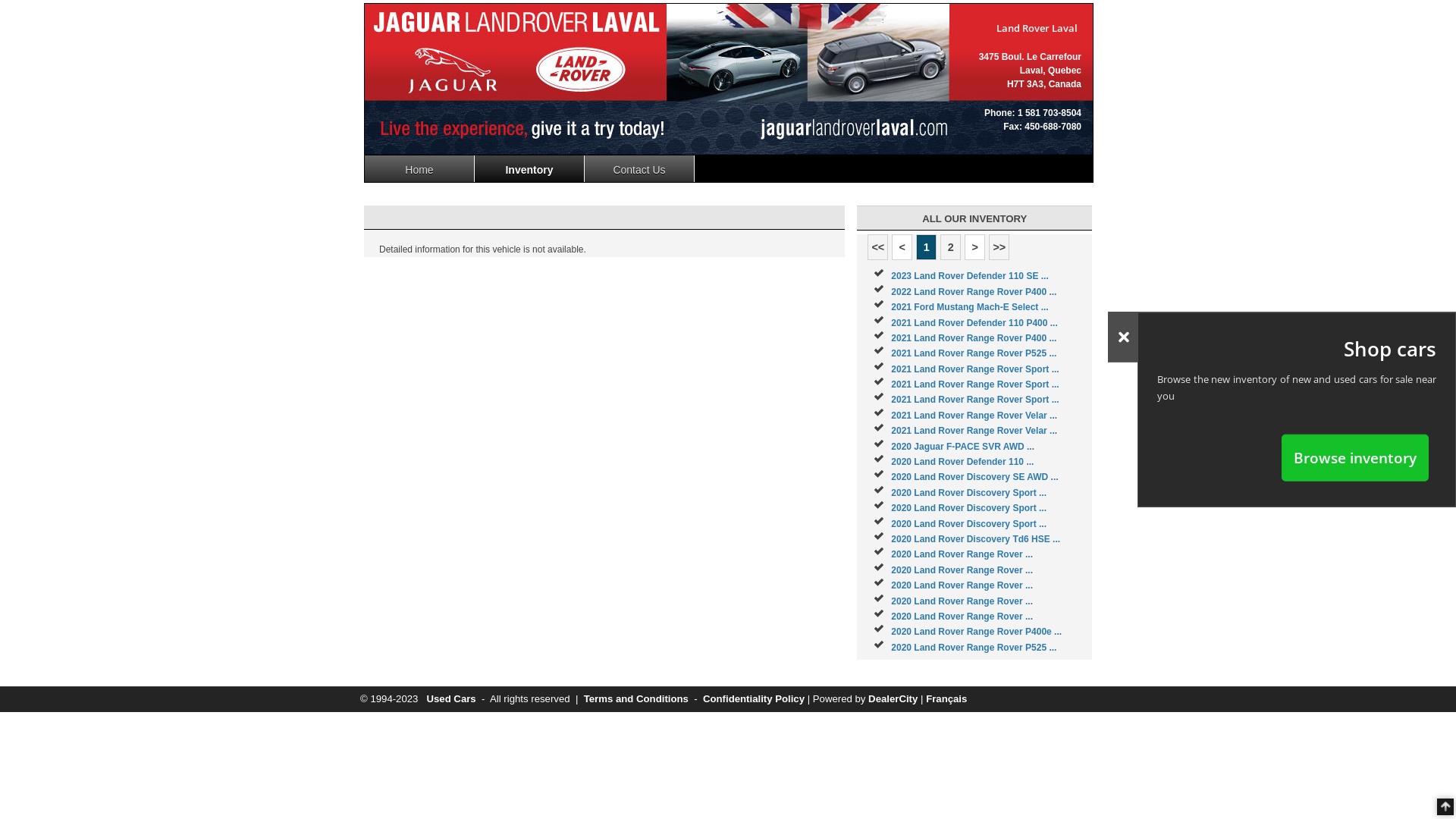 Image resolution: width=1456 pixels, height=819 pixels. Describe the element at coordinates (891, 337) in the screenshot. I see `'2021 Land Rover Range Rover P400 ...'` at that location.